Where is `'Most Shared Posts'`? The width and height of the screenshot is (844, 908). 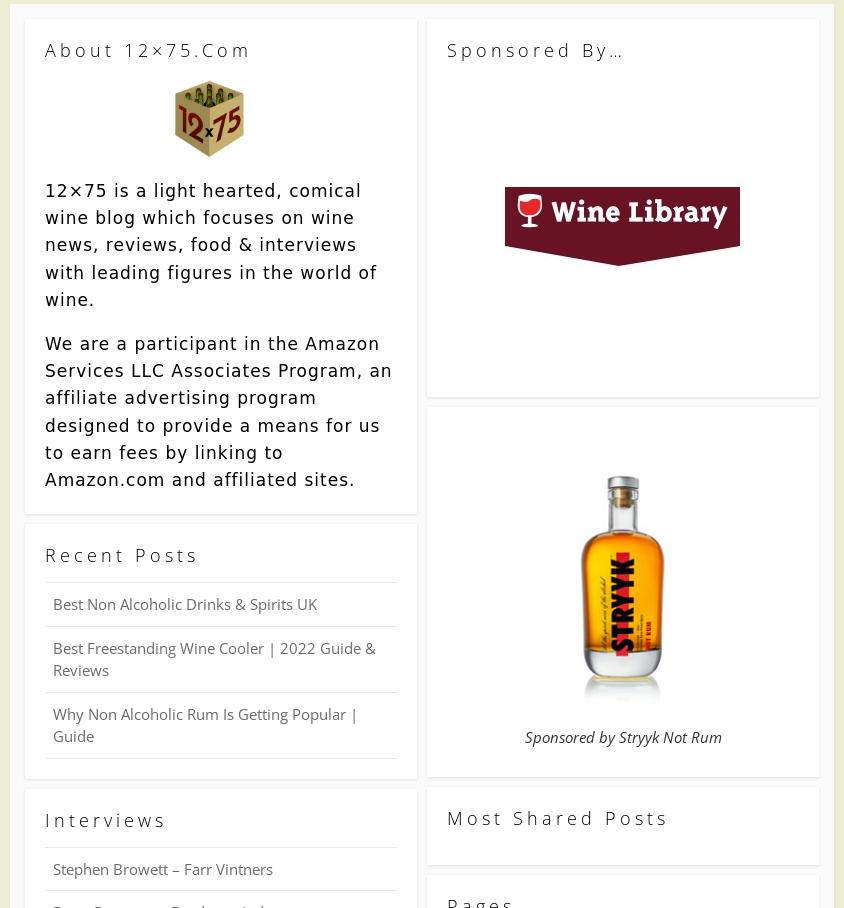
'Most Shared Posts' is located at coordinates (557, 817).